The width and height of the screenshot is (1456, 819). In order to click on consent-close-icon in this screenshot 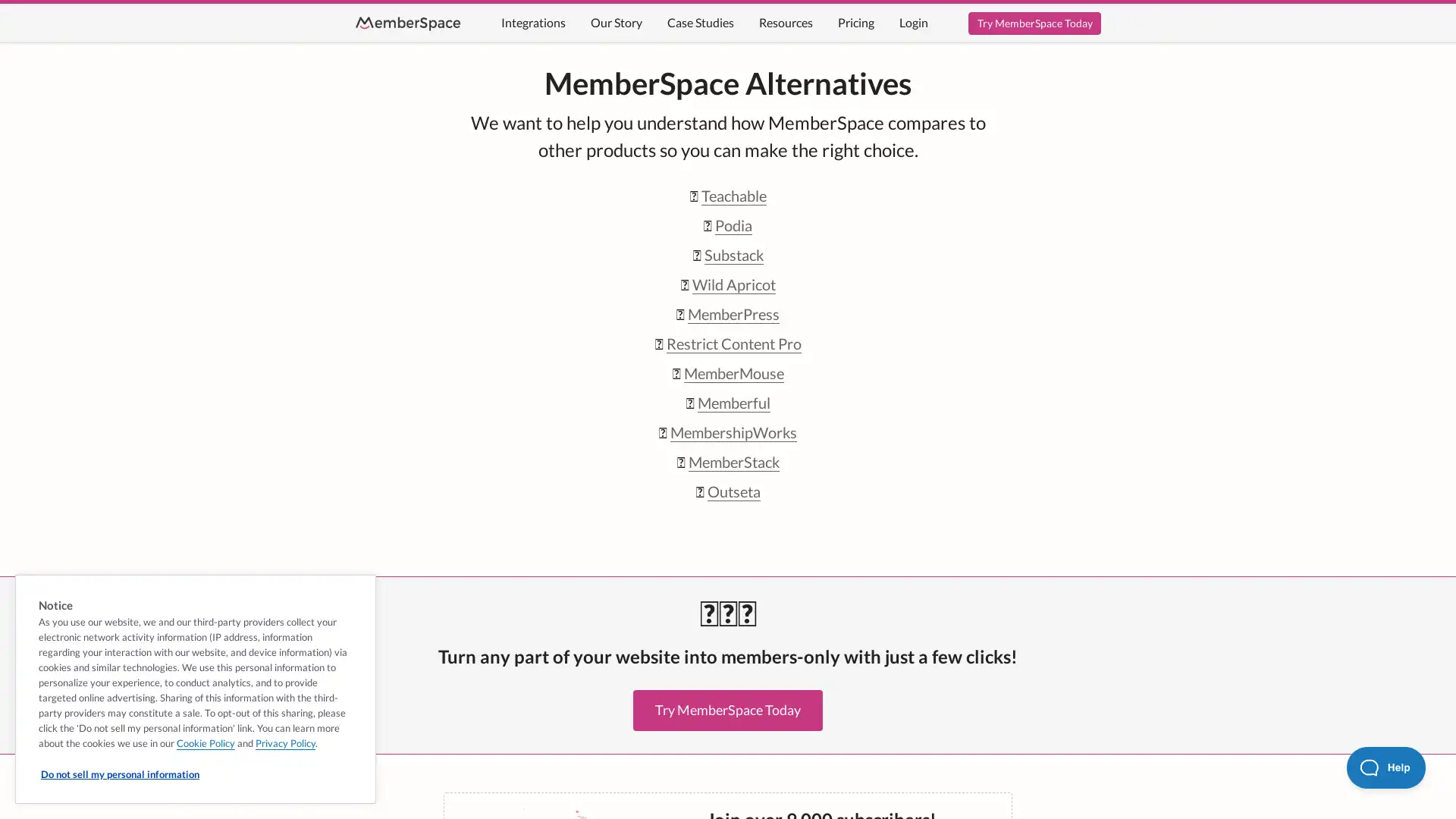, I will do `click(357, 590)`.